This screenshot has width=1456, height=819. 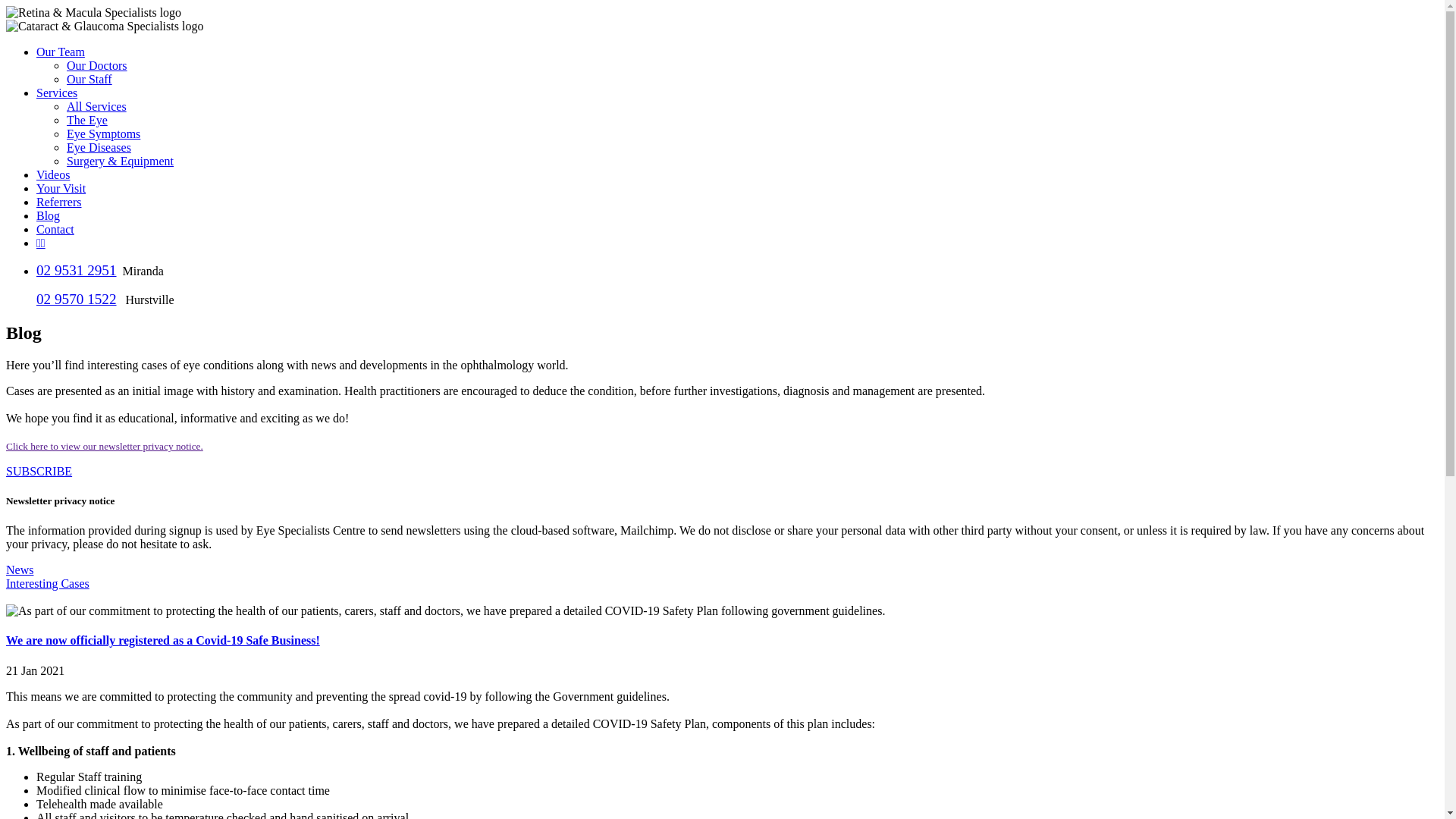 I want to click on 'Our Doctors', so click(x=96, y=64).